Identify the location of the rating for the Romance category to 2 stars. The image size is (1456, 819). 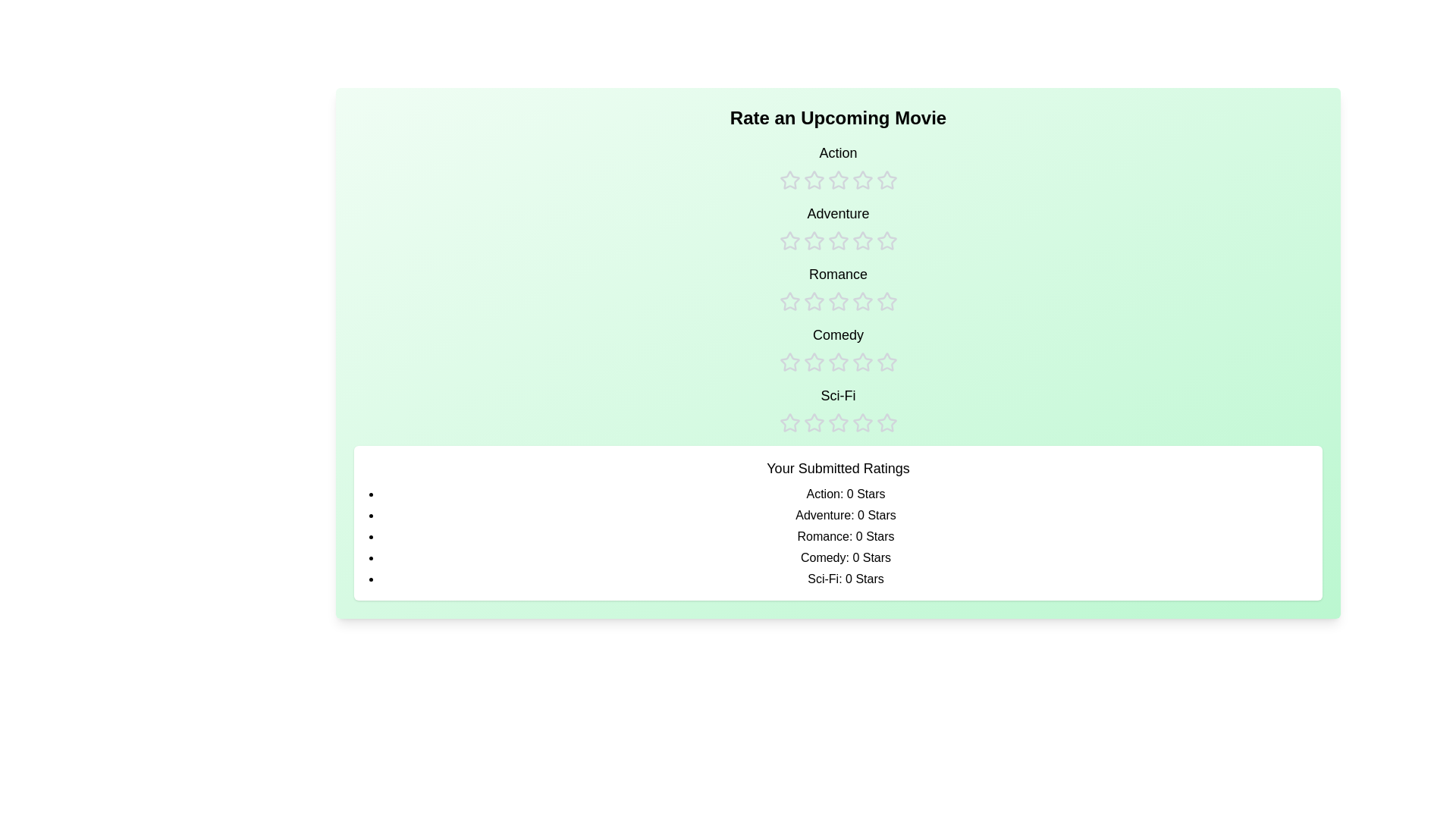
(813, 288).